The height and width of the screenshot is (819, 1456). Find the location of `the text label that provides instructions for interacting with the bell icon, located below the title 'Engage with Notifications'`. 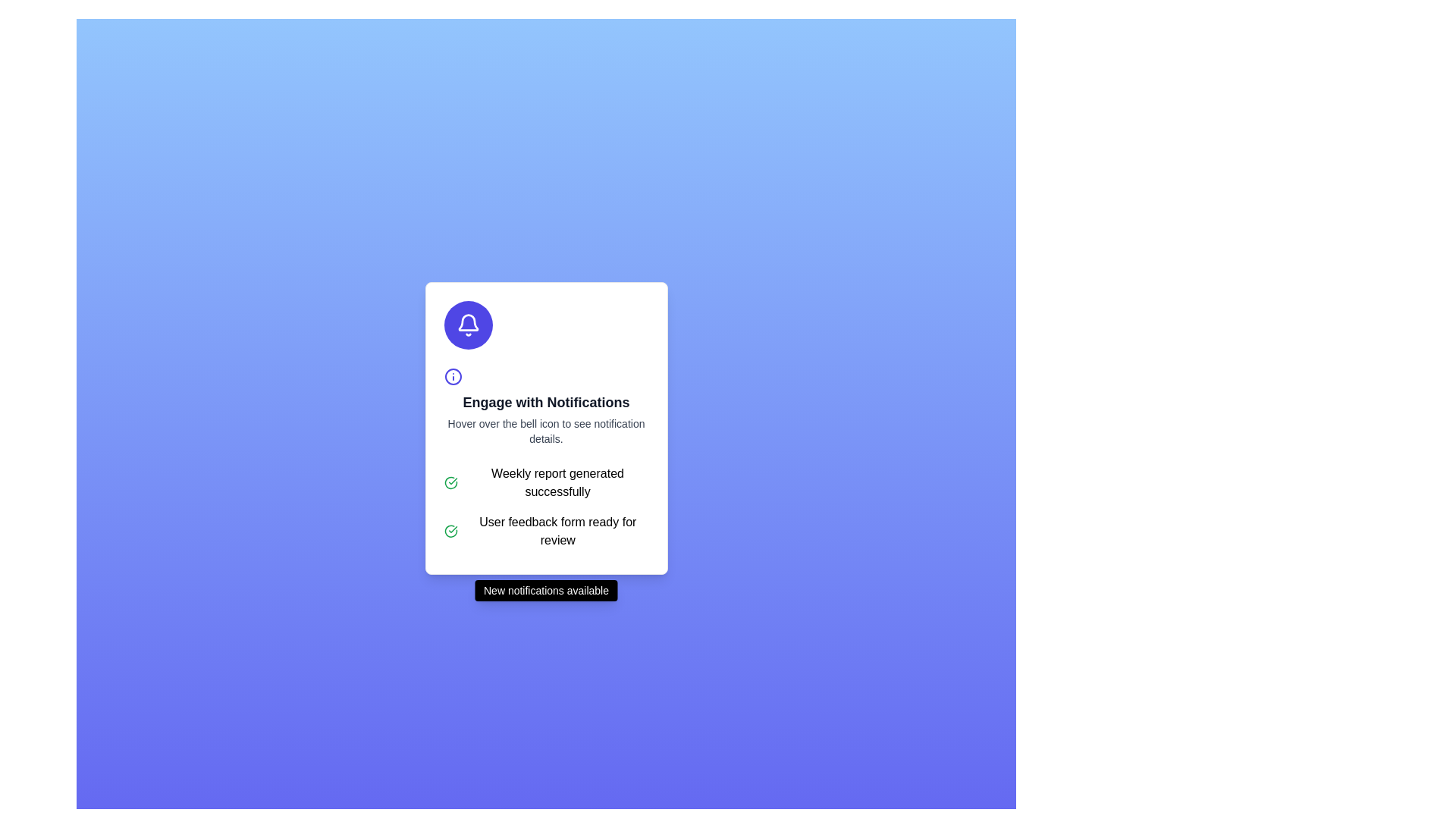

the text label that provides instructions for interacting with the bell icon, located below the title 'Engage with Notifications' is located at coordinates (546, 431).